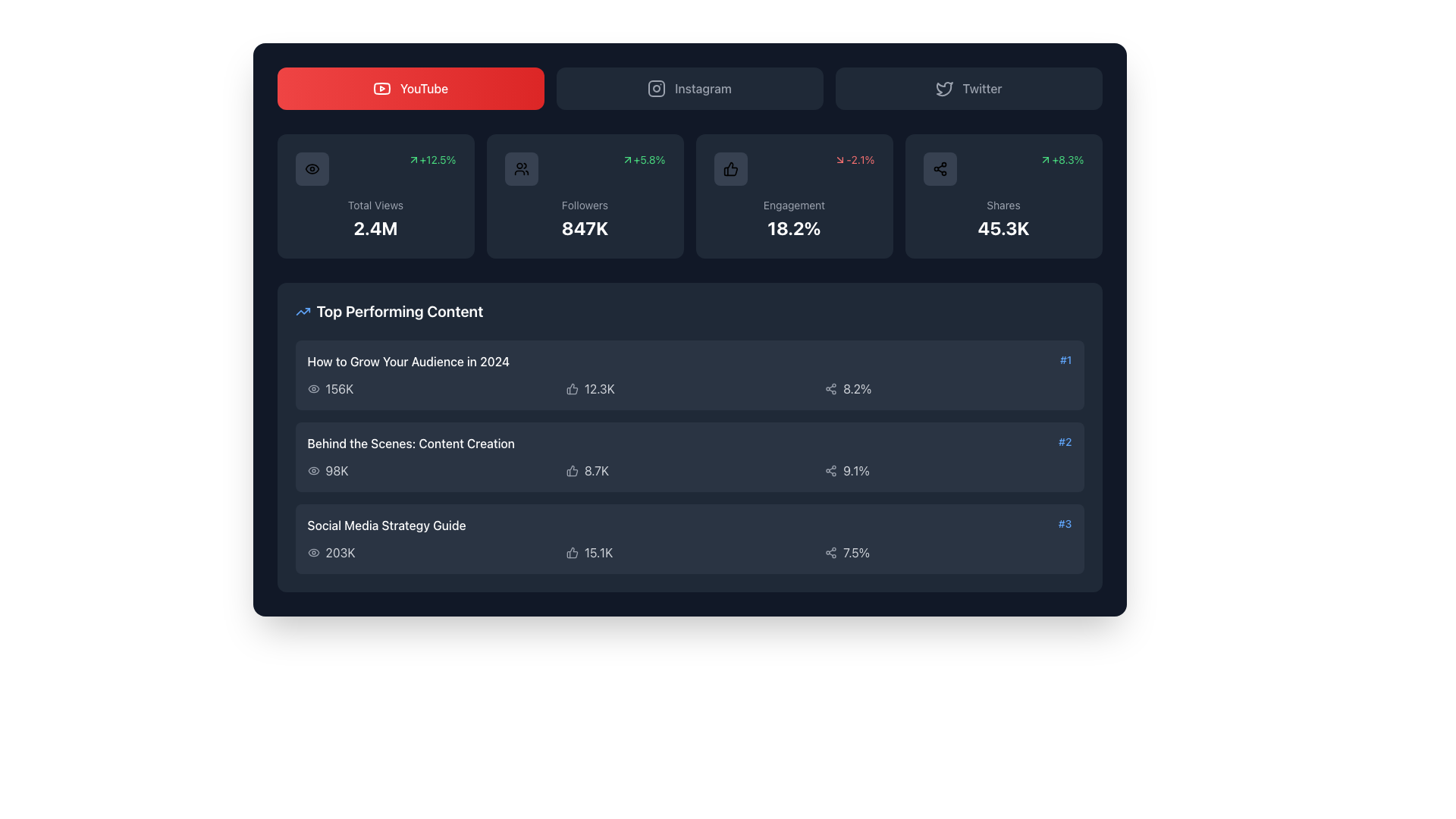 The height and width of the screenshot is (819, 1456). What do you see at coordinates (375, 227) in the screenshot?
I see `quantitative statistic displayed in the Text Display element representing the total views count, which is located centrally within a card component in the top-left section of the interface` at bounding box center [375, 227].